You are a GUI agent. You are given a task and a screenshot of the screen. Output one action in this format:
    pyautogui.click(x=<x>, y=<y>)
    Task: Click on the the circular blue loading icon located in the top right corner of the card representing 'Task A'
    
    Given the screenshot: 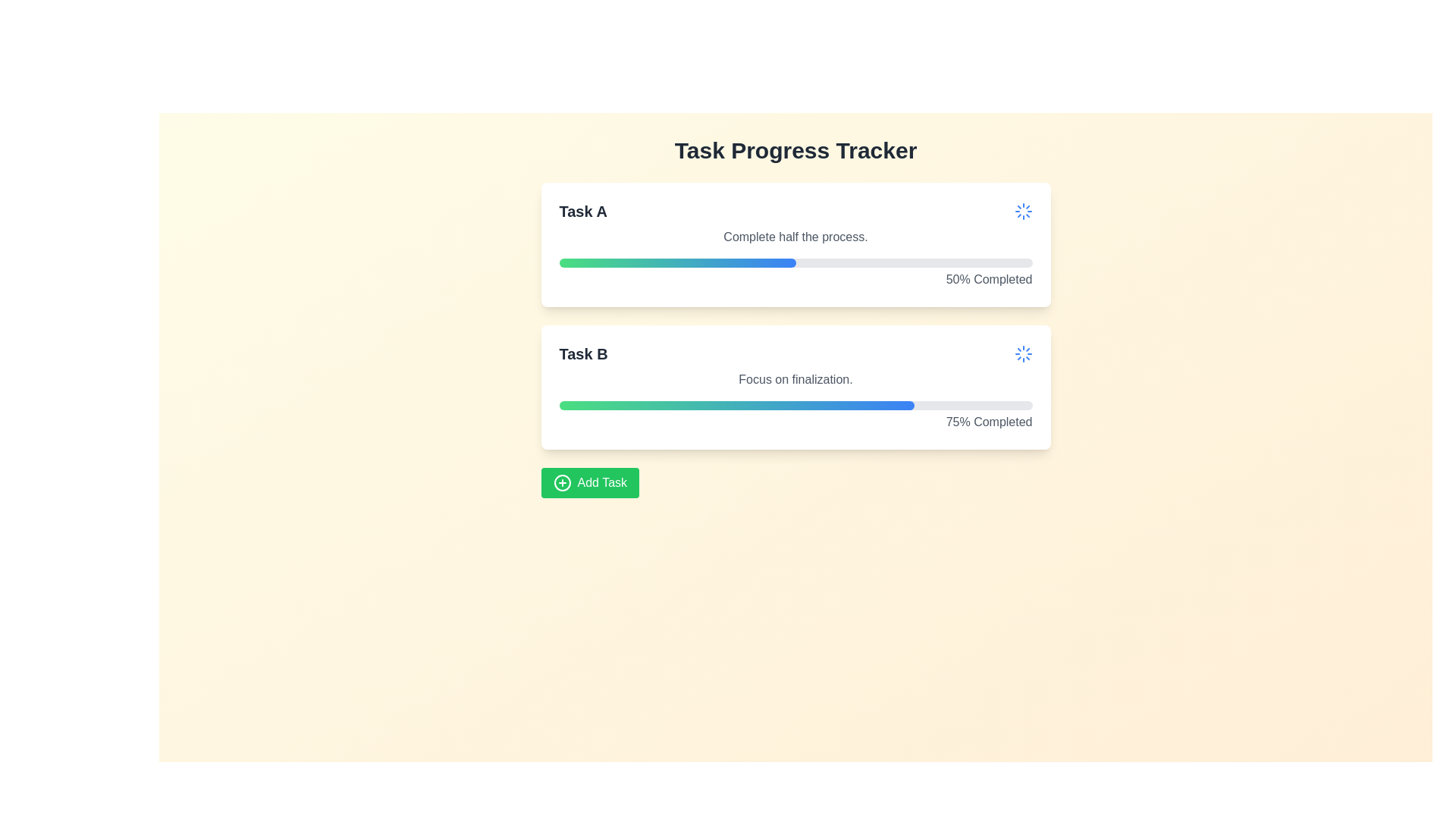 What is the action you would take?
    pyautogui.click(x=1023, y=211)
    